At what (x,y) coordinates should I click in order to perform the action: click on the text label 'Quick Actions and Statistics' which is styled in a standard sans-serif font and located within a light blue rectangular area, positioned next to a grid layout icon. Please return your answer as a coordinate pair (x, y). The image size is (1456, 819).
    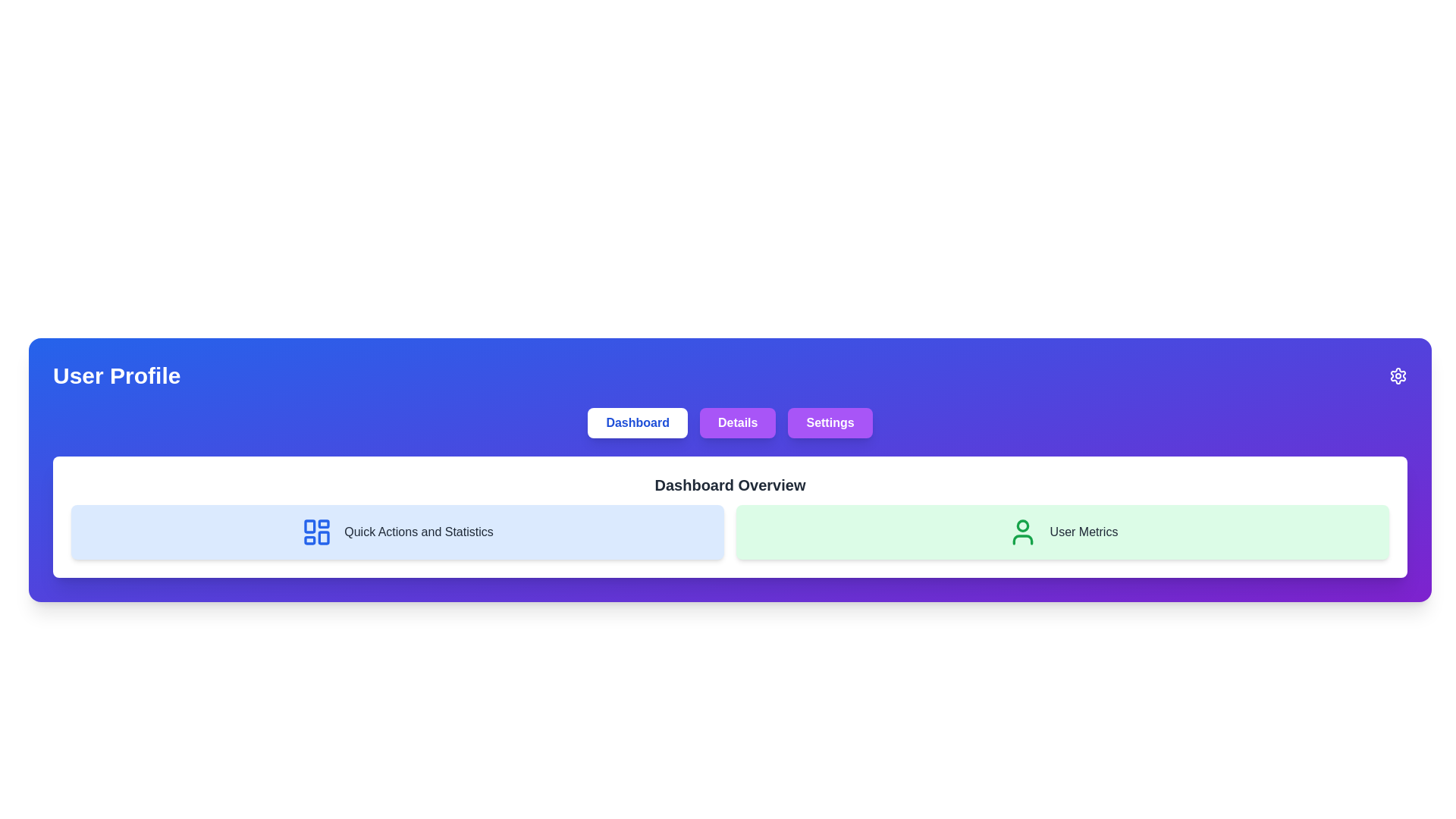
    Looking at the image, I should click on (419, 532).